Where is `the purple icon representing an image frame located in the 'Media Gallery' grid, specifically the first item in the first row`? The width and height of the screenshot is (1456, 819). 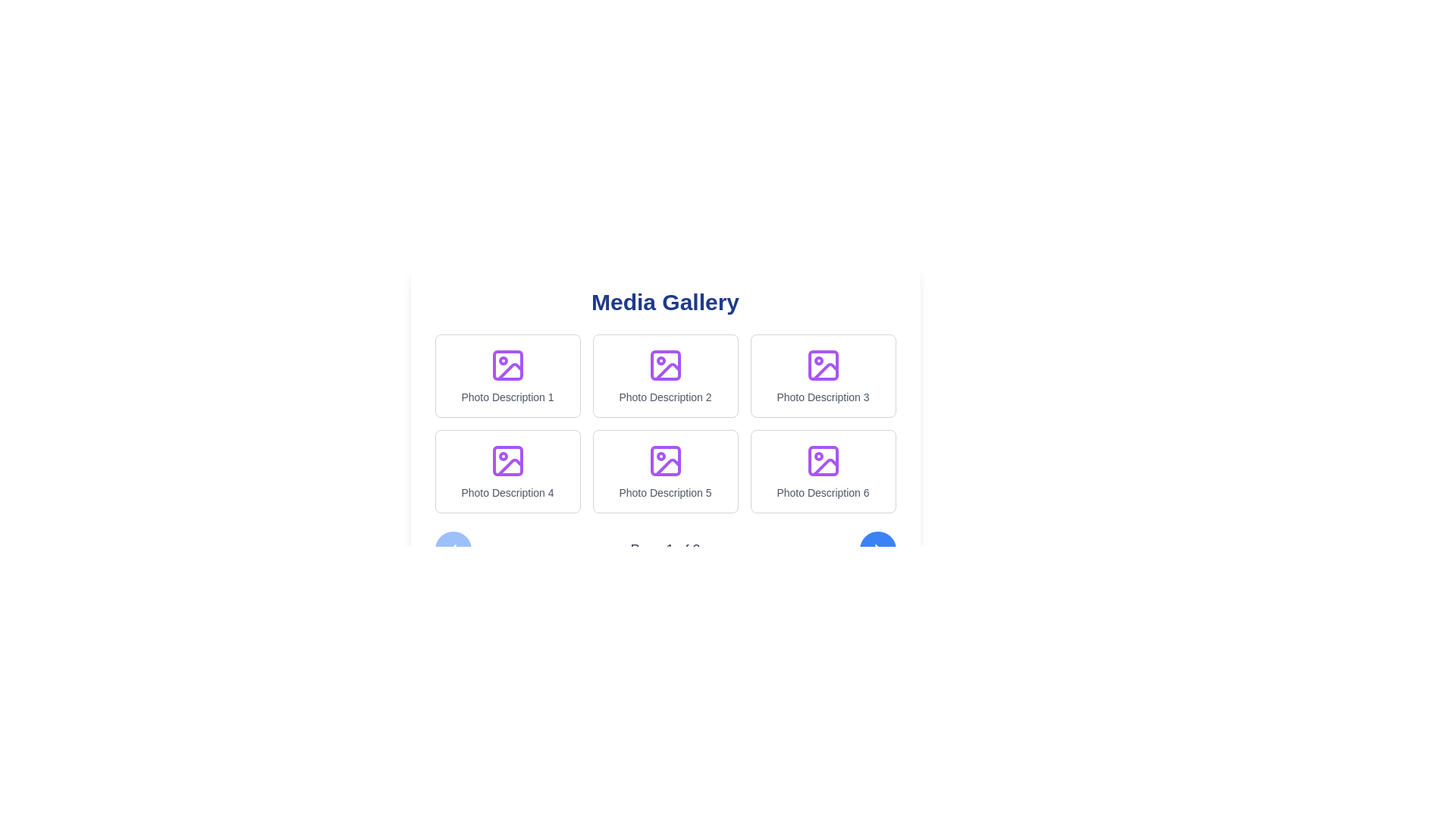 the purple icon representing an image frame located in the 'Media Gallery' grid, specifically the first item in the first row is located at coordinates (510, 372).